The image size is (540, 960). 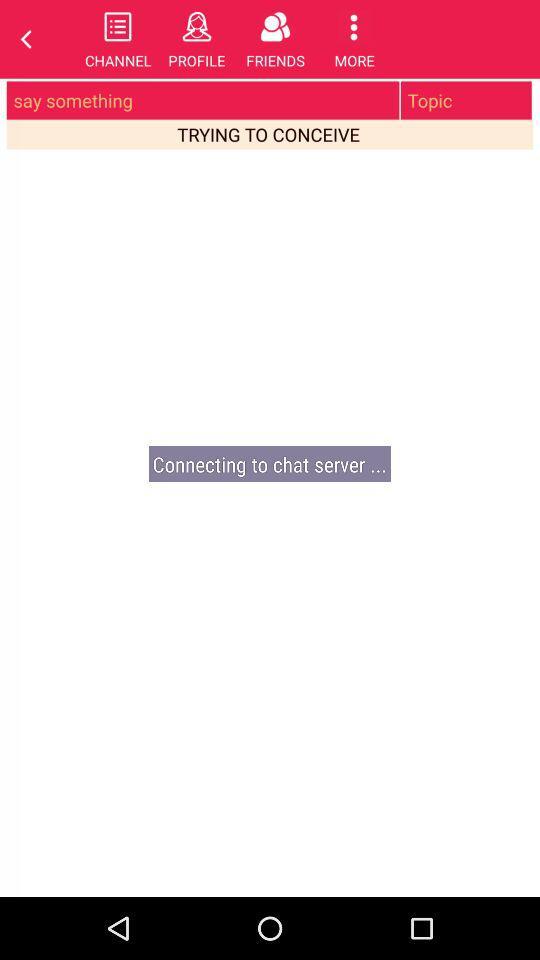 I want to click on the arrow_backward icon, so click(x=28, y=40).